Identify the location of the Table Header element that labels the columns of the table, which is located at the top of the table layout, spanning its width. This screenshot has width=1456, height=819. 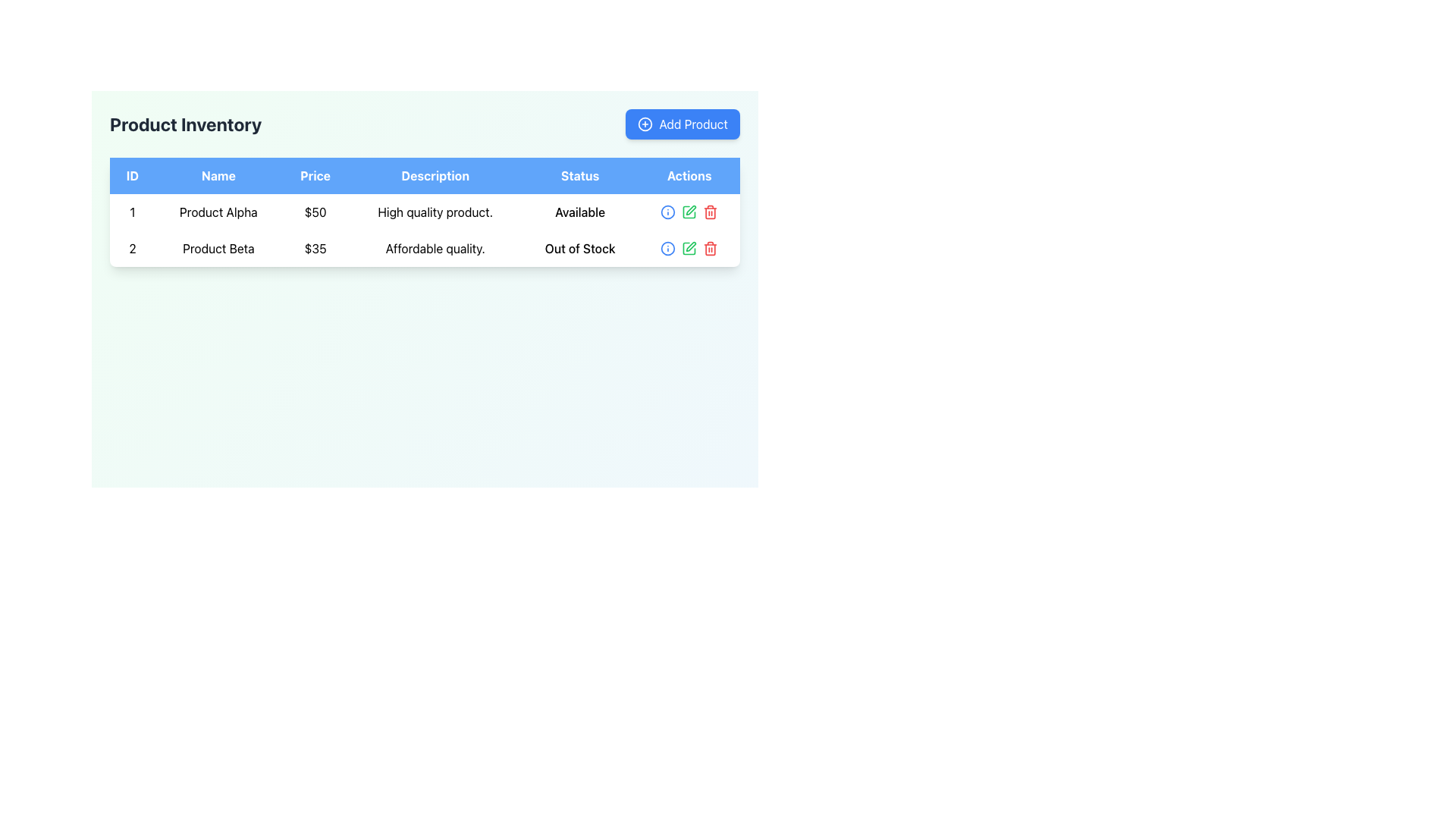
(425, 174).